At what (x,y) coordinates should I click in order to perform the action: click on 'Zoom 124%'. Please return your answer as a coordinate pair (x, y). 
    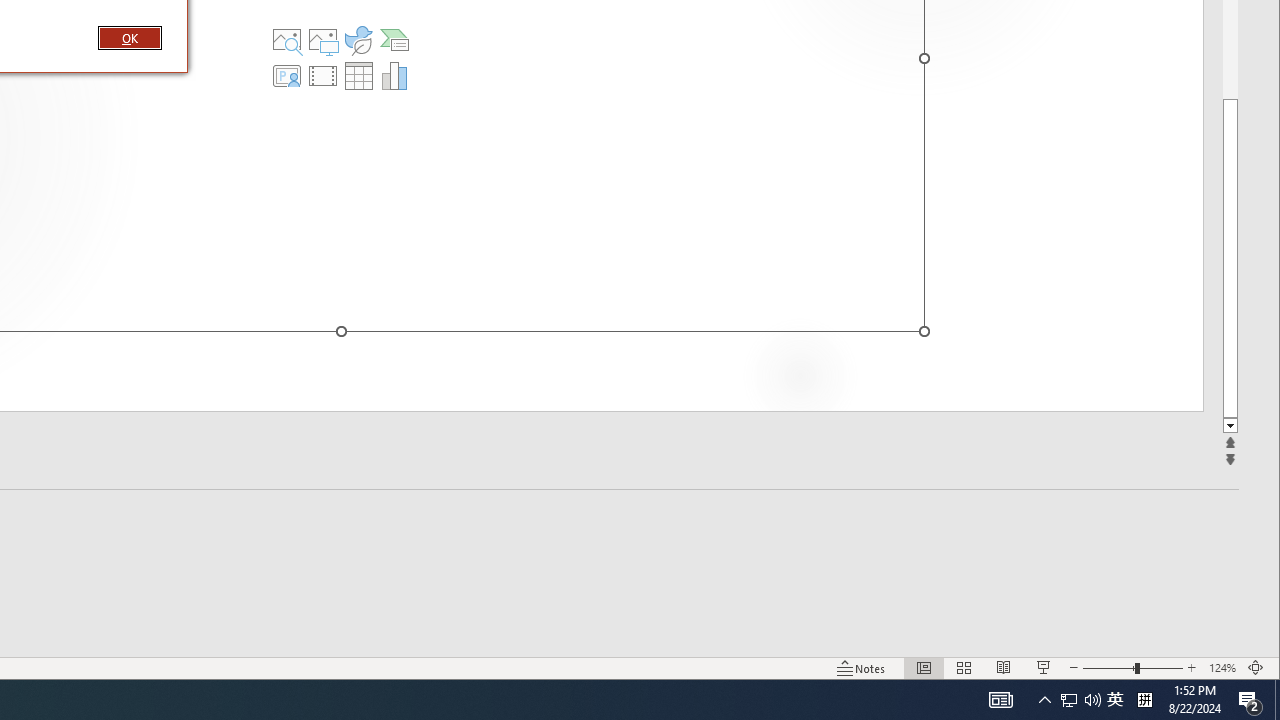
    Looking at the image, I should click on (1221, 668).